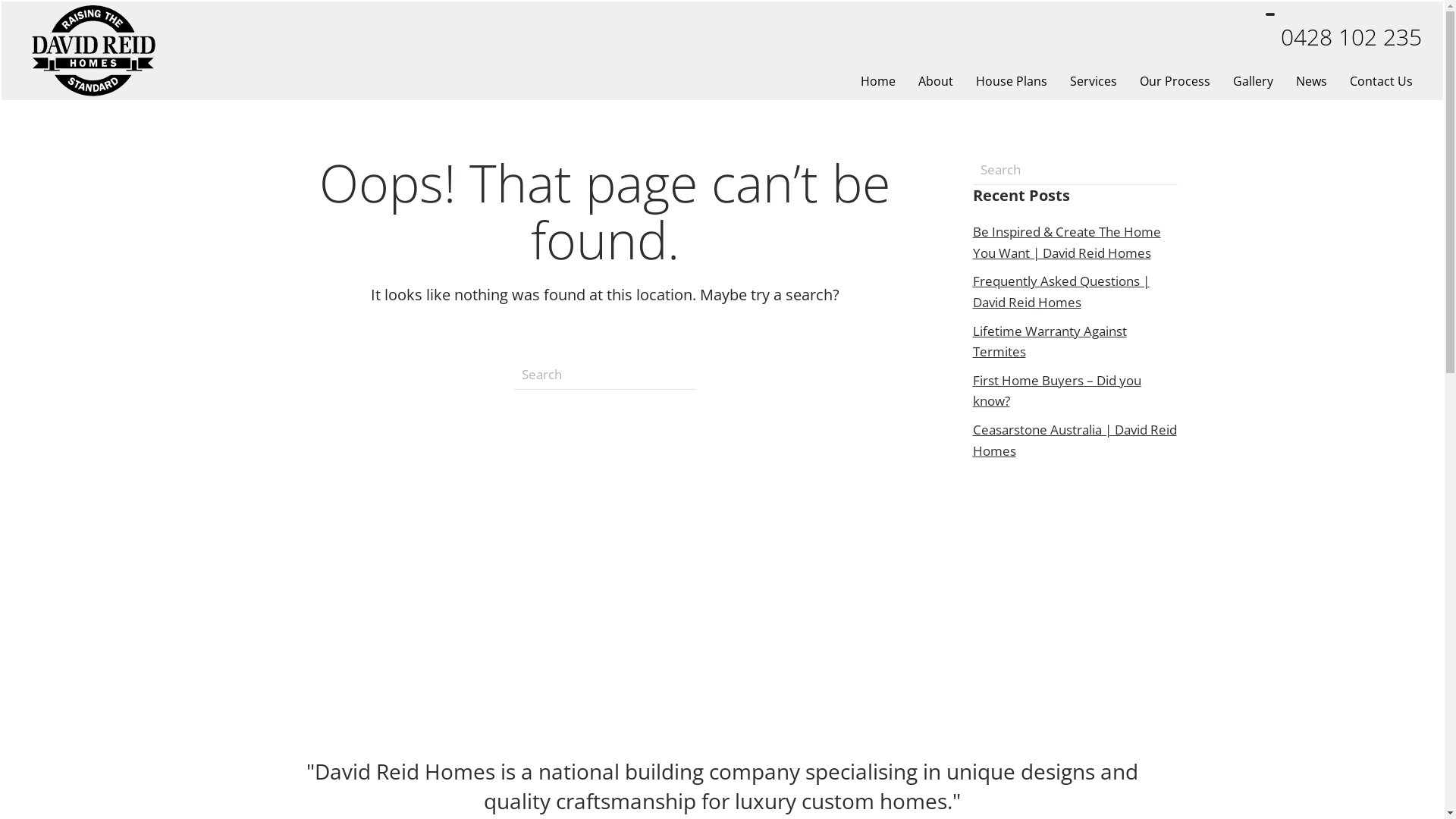 This screenshot has height=819, width=1456. I want to click on 'Services', so click(1093, 81).